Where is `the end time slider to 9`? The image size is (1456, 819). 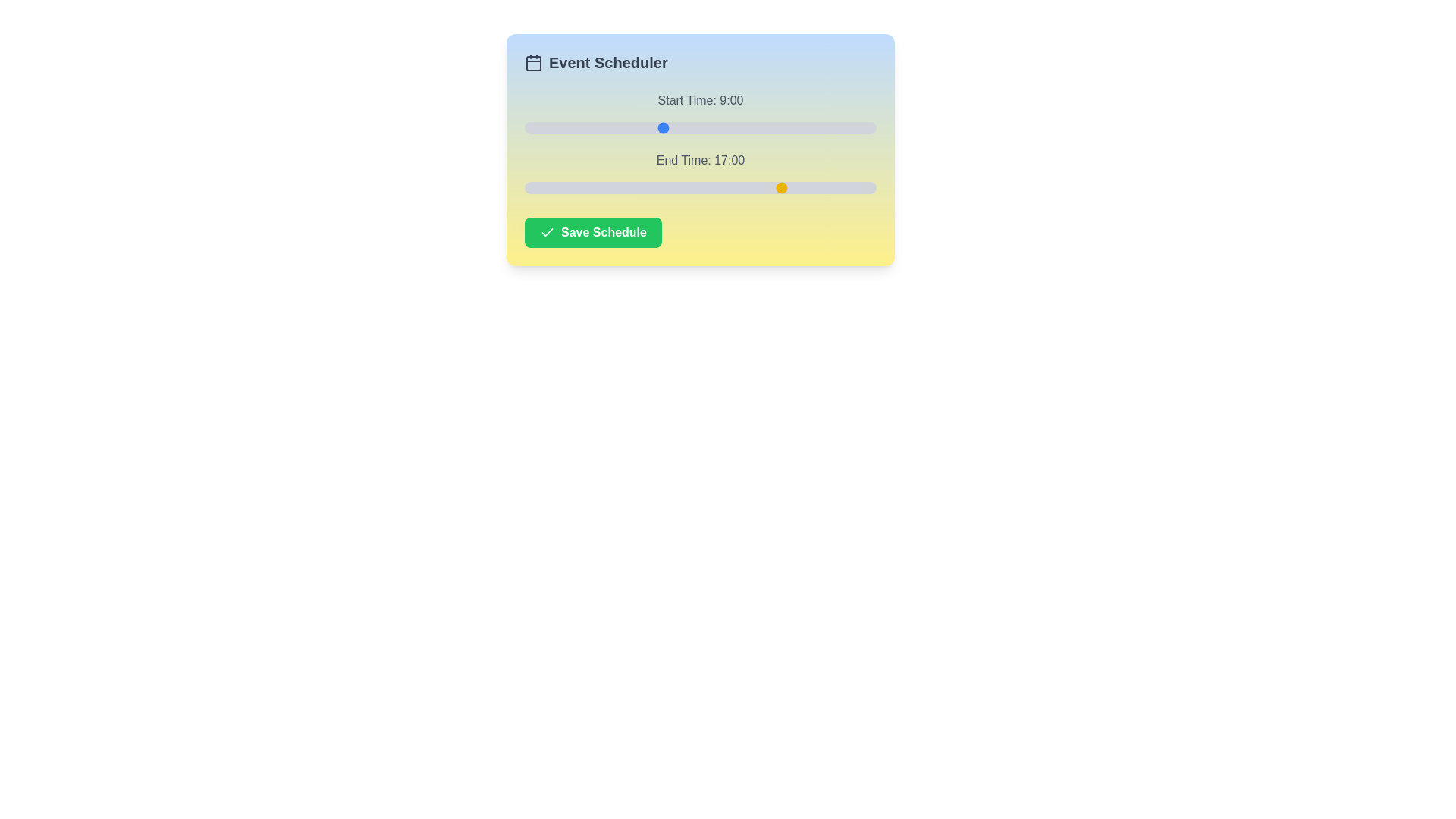
the end time slider to 9 is located at coordinates (662, 187).